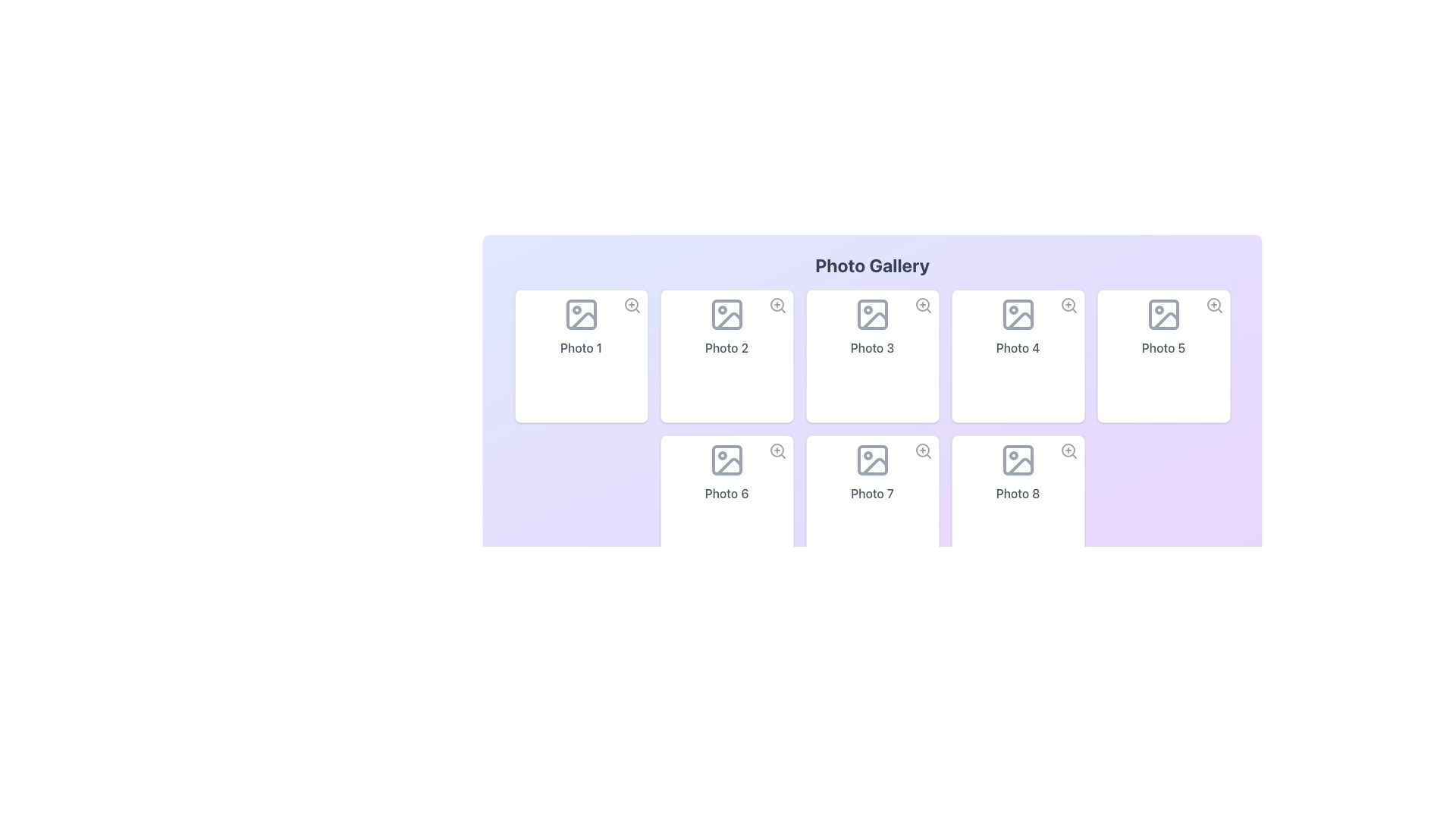  What do you see at coordinates (921, 304) in the screenshot?
I see `the circular visual component representing the lens of the magnifying glass icon within the 'Photo 3' card` at bounding box center [921, 304].